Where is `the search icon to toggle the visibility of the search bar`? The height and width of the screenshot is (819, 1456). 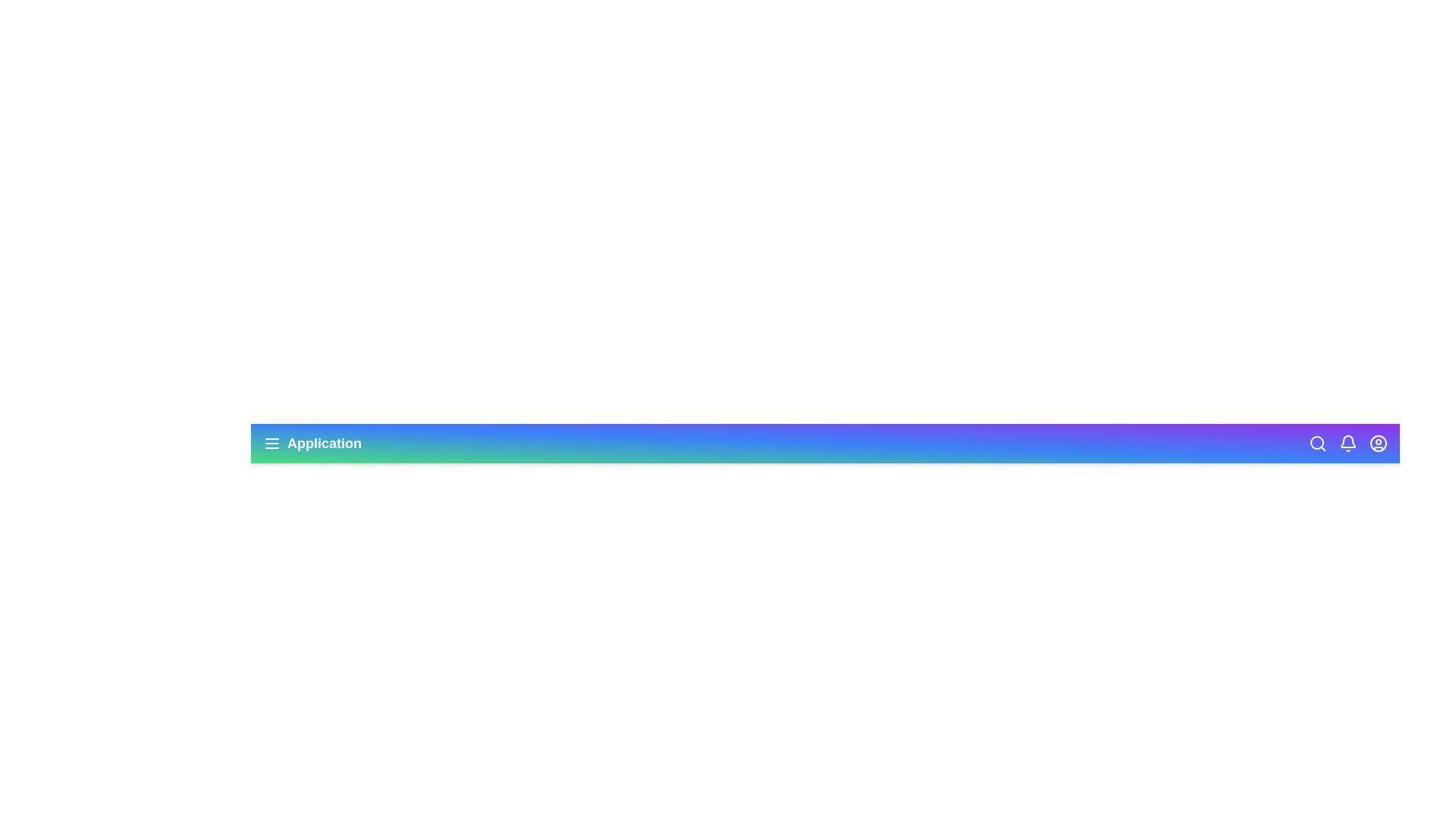
the search icon to toggle the visibility of the search bar is located at coordinates (1316, 444).